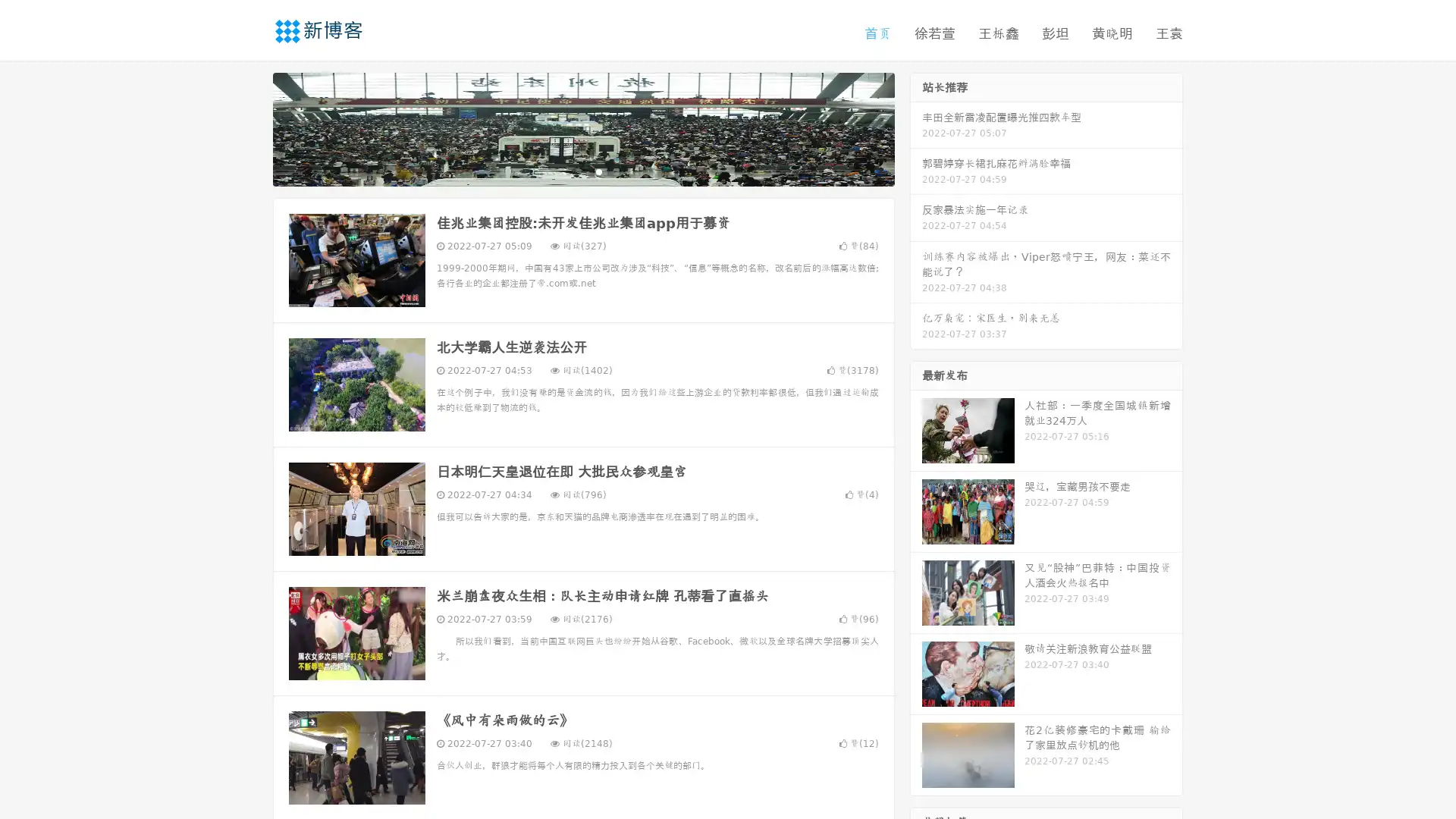 This screenshot has width=1456, height=819. What do you see at coordinates (582, 171) in the screenshot?
I see `Go to slide 2` at bounding box center [582, 171].